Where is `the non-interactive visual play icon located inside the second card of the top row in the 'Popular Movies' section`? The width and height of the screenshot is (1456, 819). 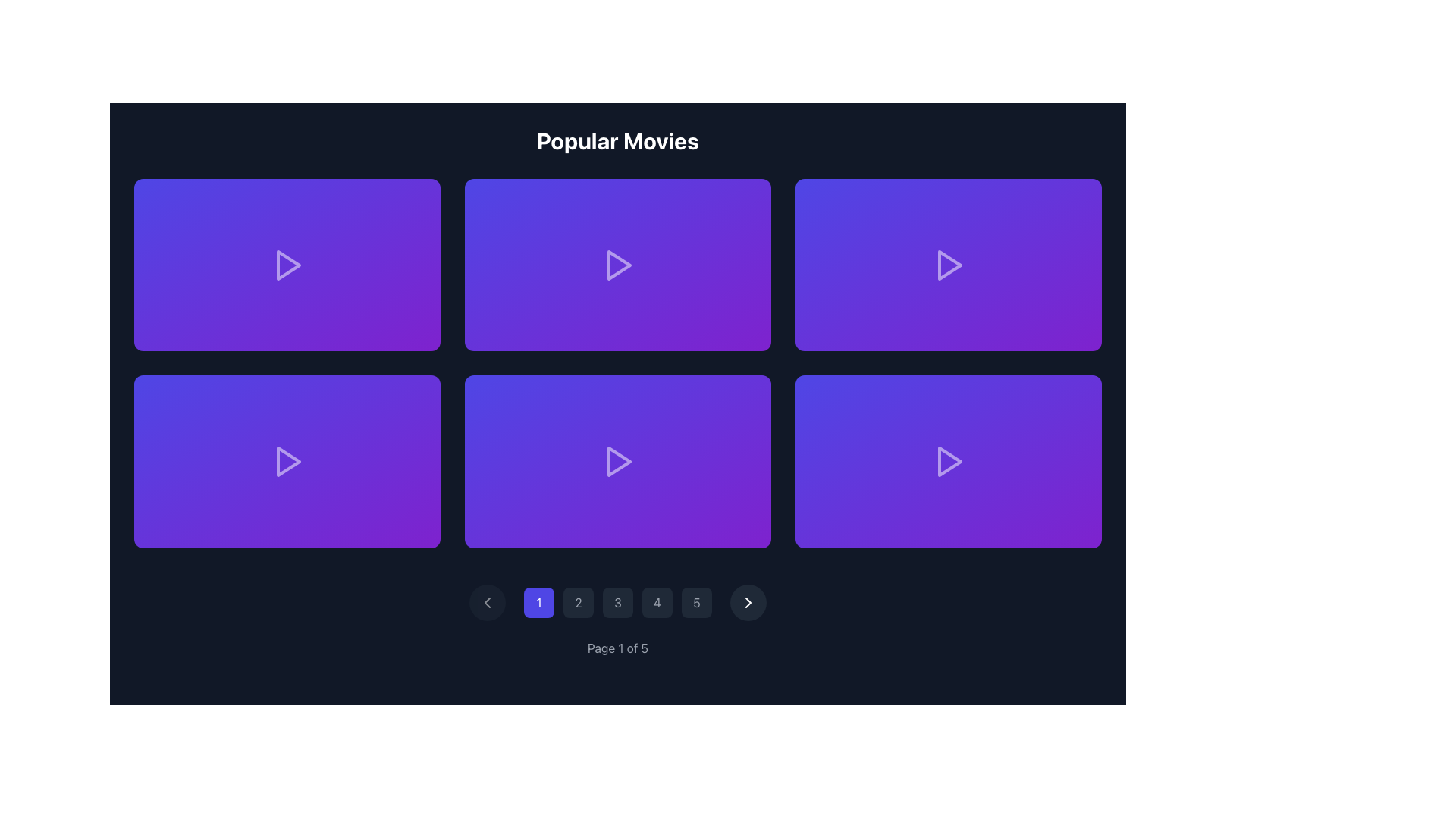
the non-interactive visual play icon located inside the second card of the top row in the 'Popular Movies' section is located at coordinates (619, 263).